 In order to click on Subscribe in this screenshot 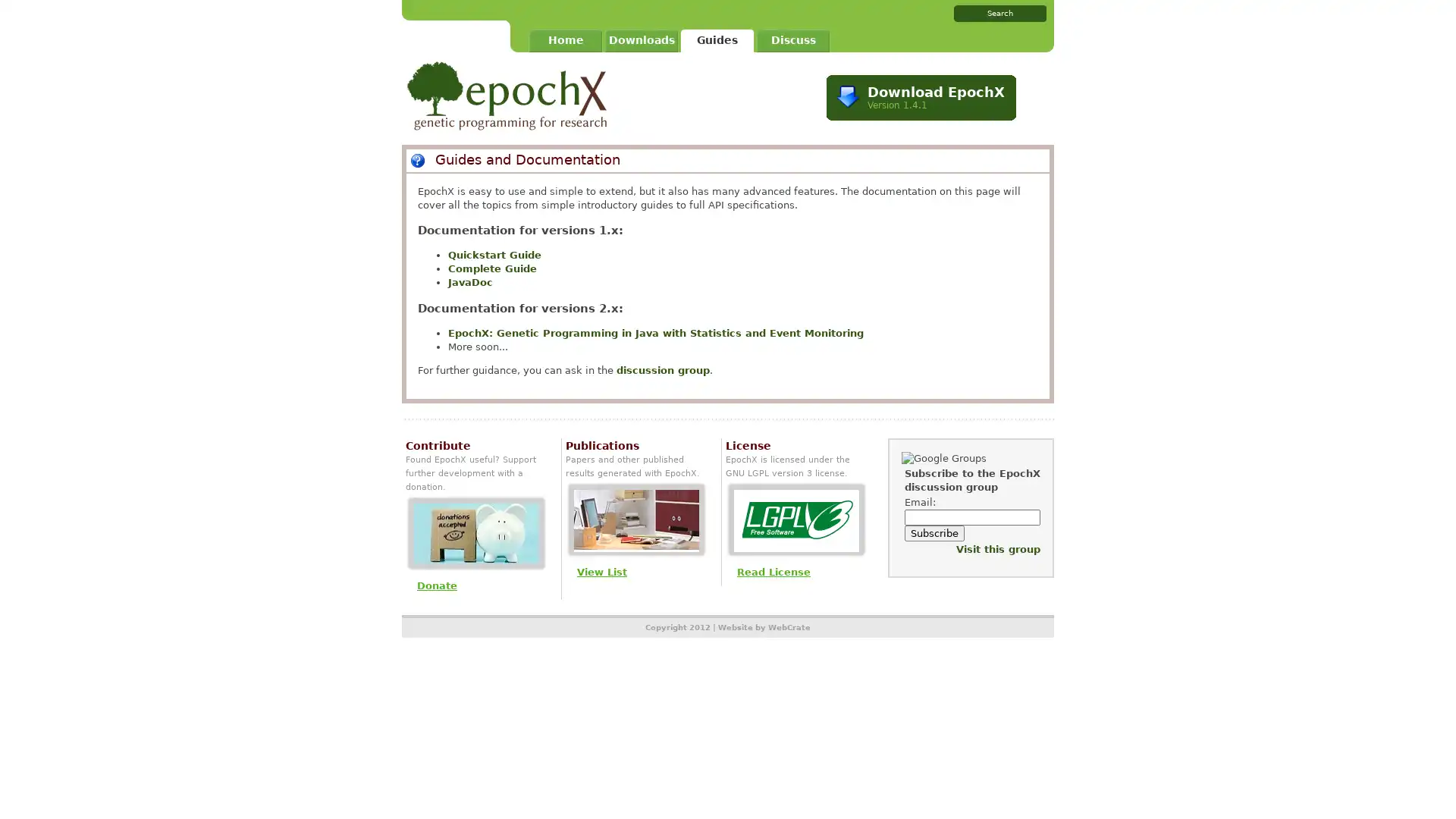, I will do `click(934, 532)`.